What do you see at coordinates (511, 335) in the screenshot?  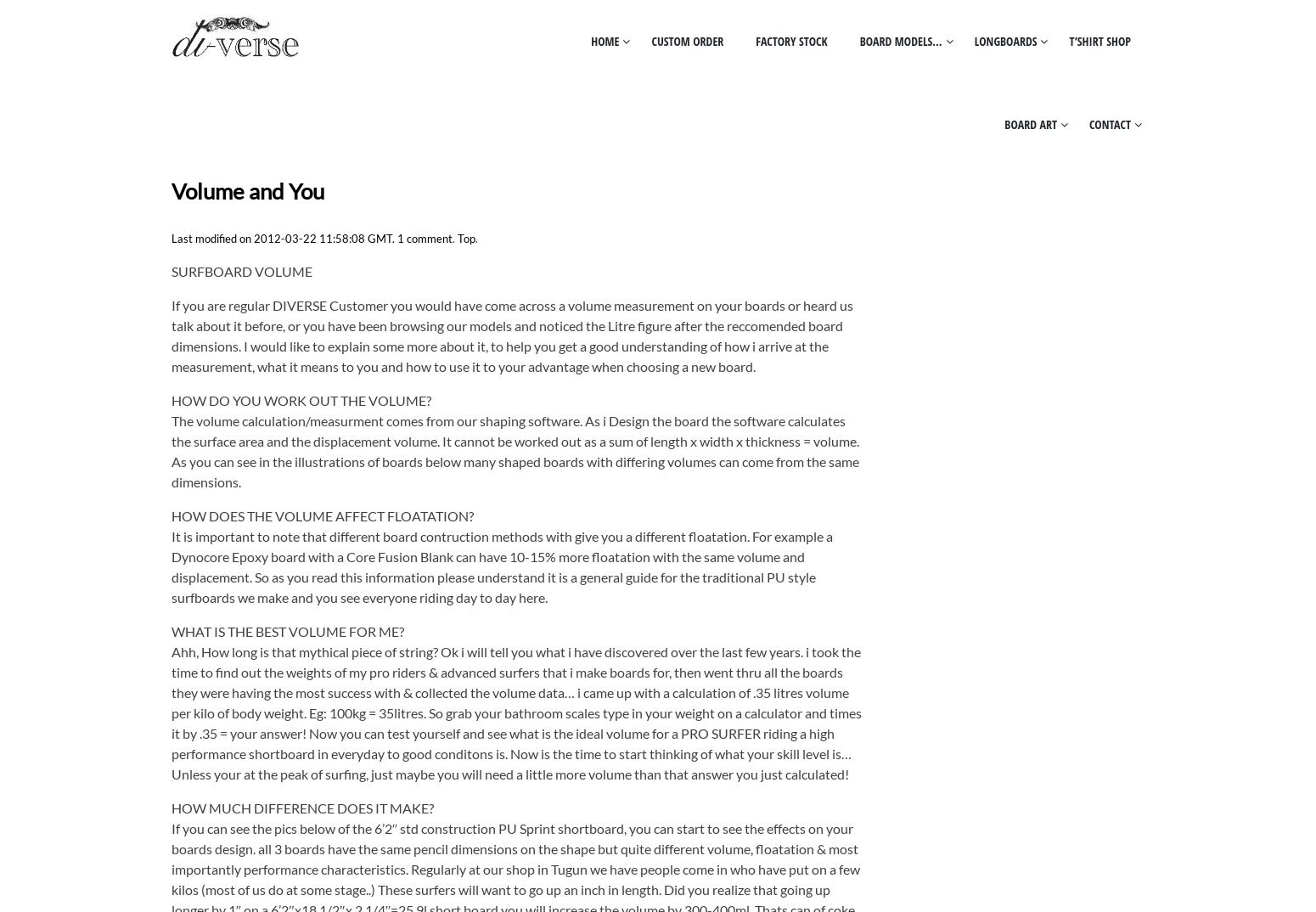 I see `'If you are regular DIVERSE Customer you would have come across a volume measurement on your boards or heard us talk about it before, or you have been browsing our models and noticed the Litre figure after the reccomended board dimensions. I would like to explain some more about it, to help you get a good understanding of how i arrive at the measurement, what it means to you and how to use it to your advantage when choosing a new board.'` at bounding box center [511, 335].